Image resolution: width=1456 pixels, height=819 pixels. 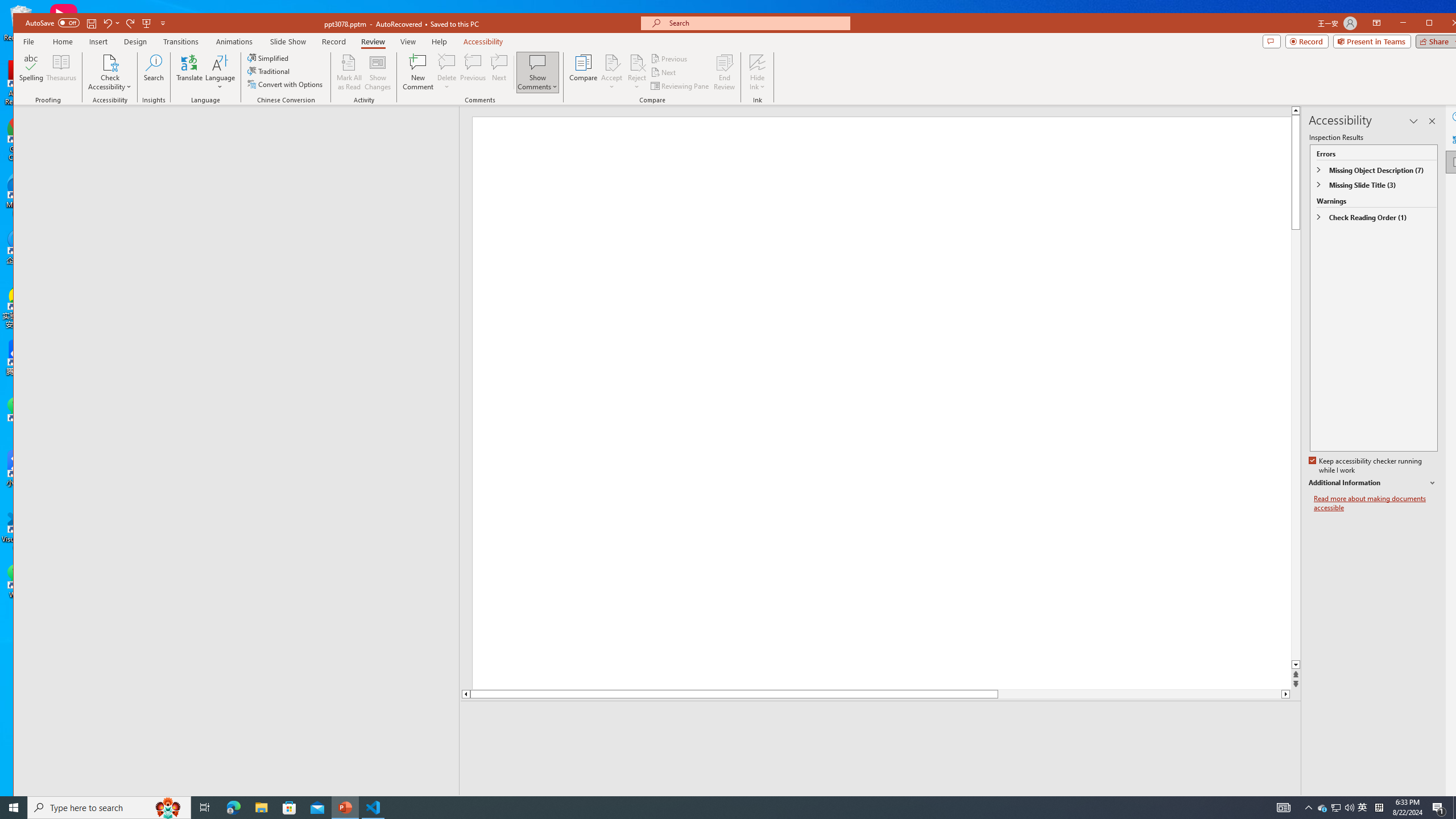 What do you see at coordinates (418, 72) in the screenshot?
I see `'New Comment'` at bounding box center [418, 72].